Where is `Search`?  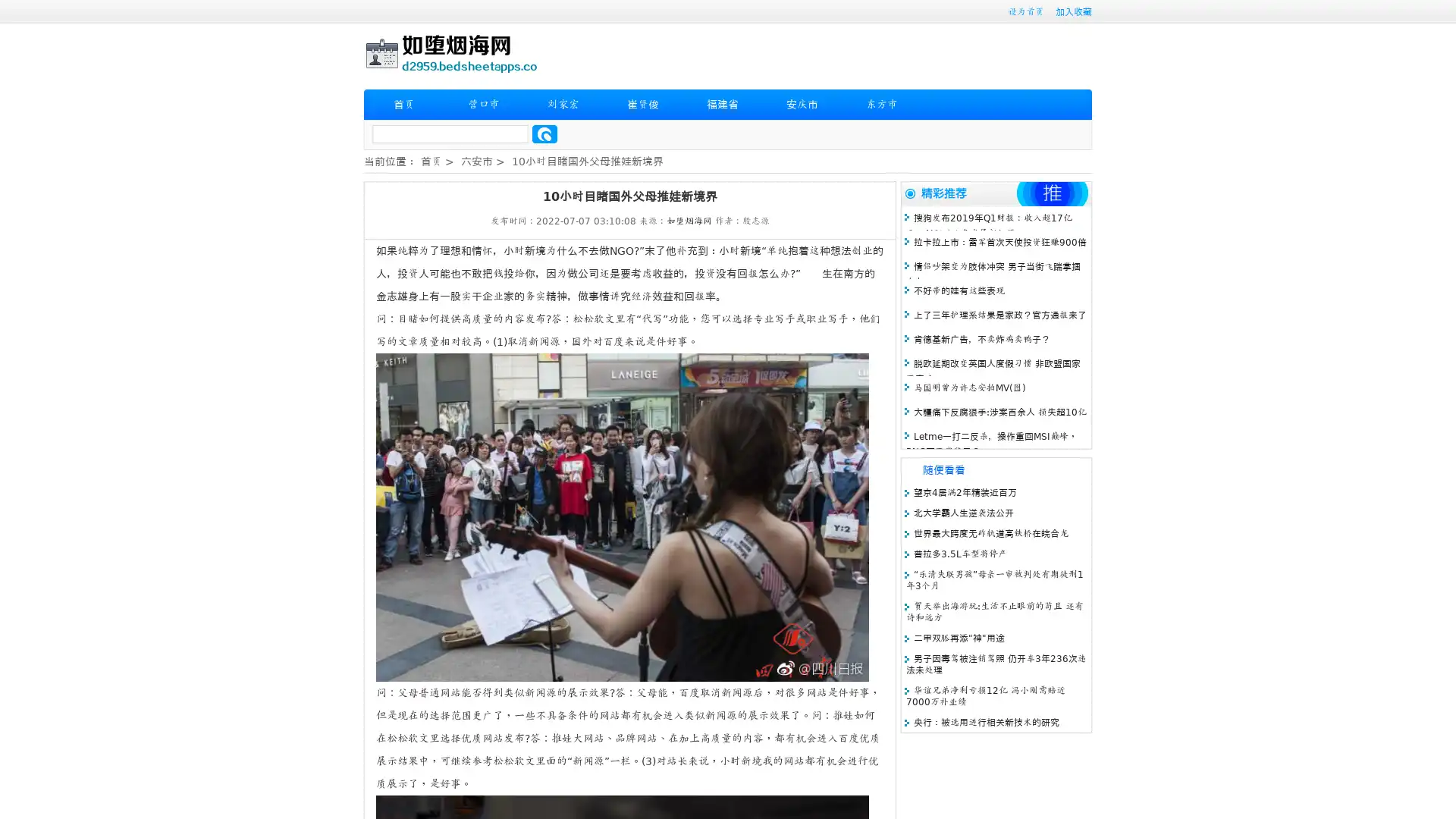
Search is located at coordinates (544, 133).